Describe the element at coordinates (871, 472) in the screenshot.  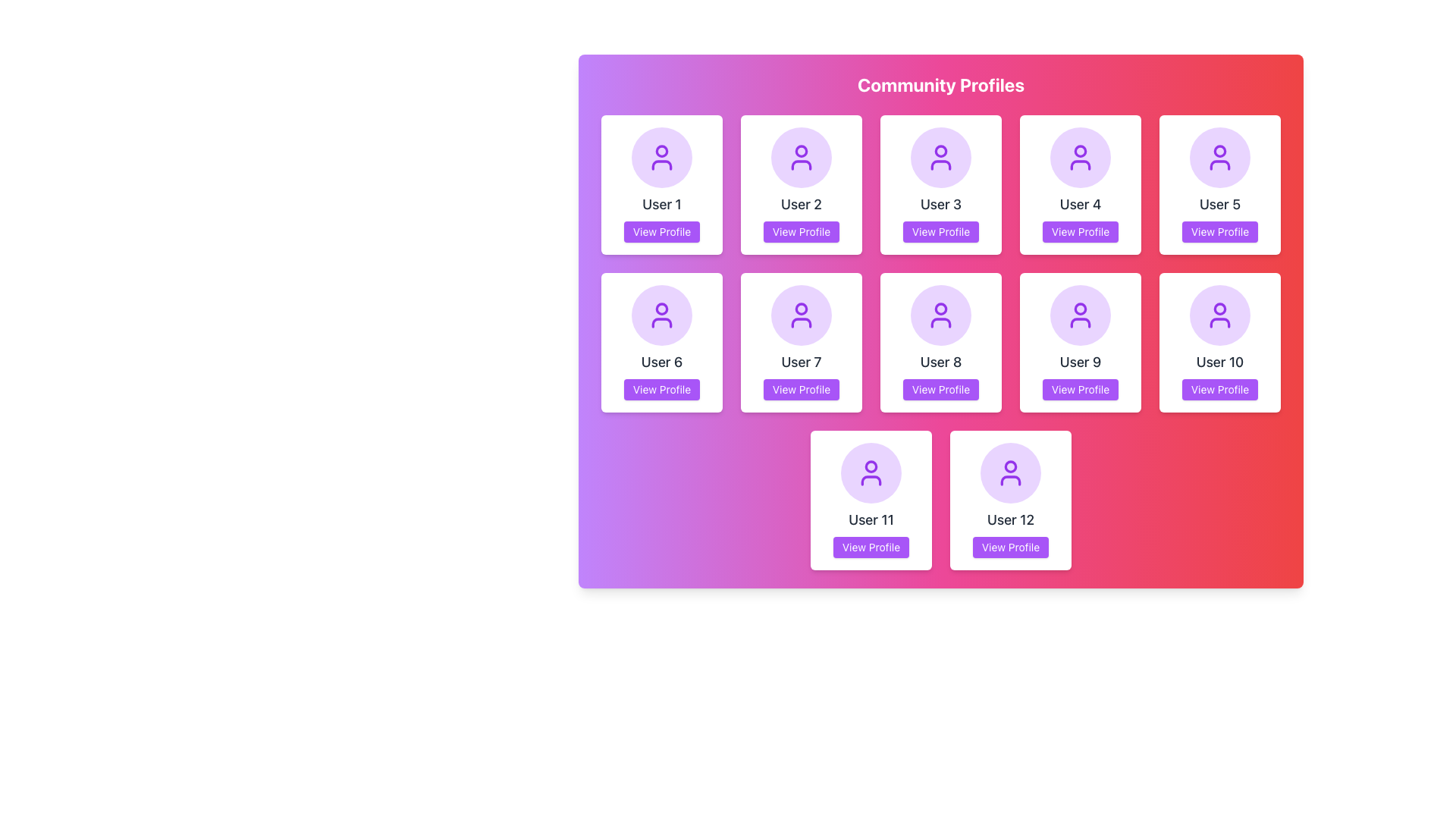
I see `the purple circular user icon located at the top of the 'User 11' profile card, which features a user icon with a round head and semi-circle body` at that location.